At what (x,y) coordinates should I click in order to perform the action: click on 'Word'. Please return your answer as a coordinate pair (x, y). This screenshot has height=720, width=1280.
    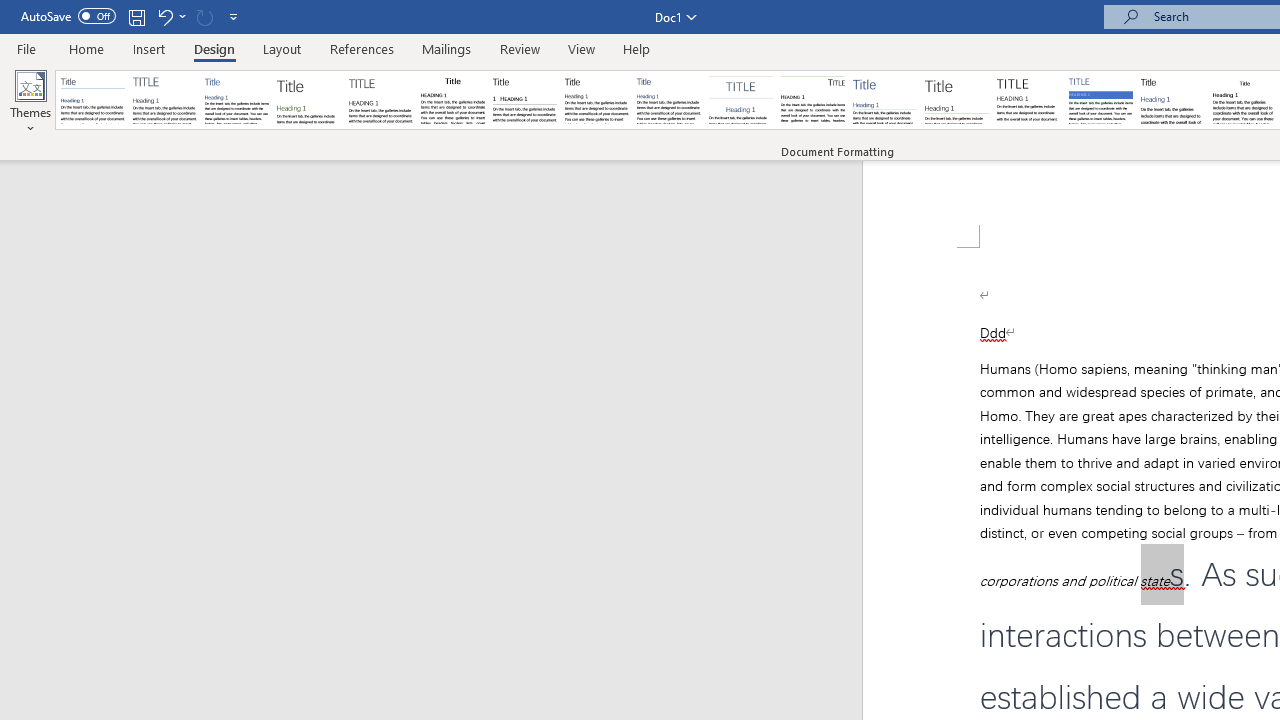
    Looking at the image, I should click on (1173, 100).